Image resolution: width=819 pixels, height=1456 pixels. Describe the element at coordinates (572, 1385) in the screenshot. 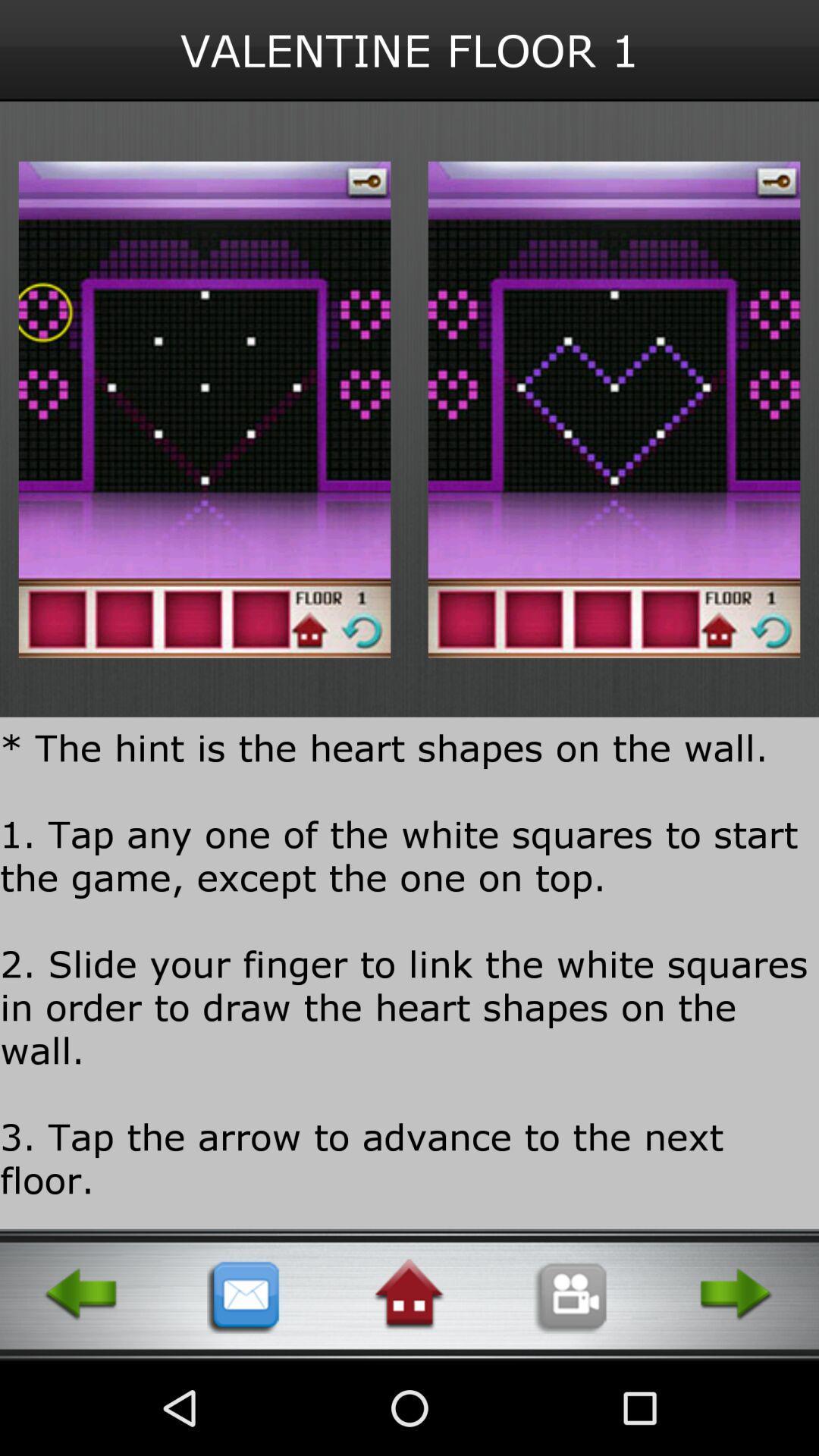

I see `the videocam icon` at that location.